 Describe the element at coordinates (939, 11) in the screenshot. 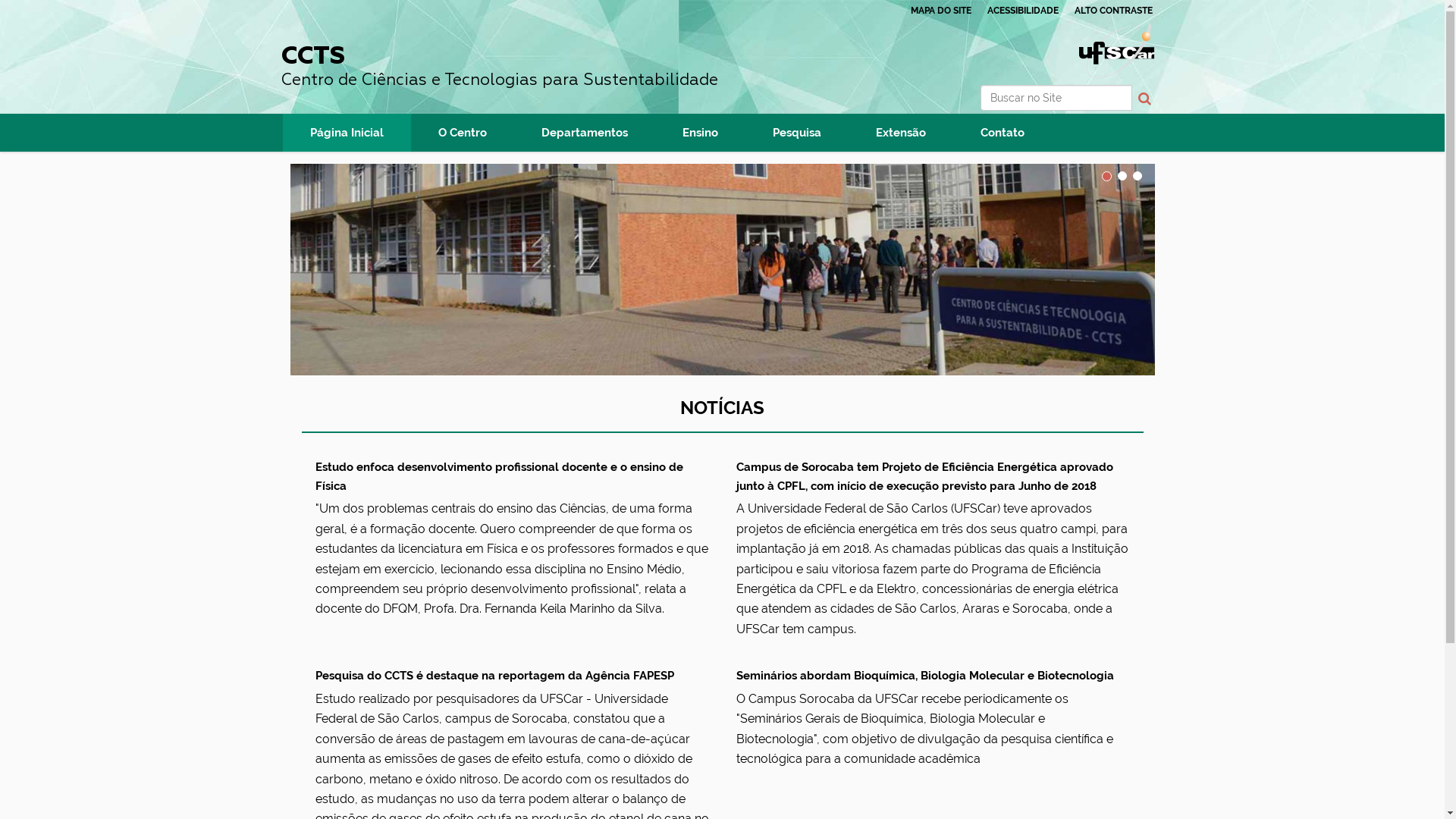

I see `'MAPA DO SITE'` at that location.